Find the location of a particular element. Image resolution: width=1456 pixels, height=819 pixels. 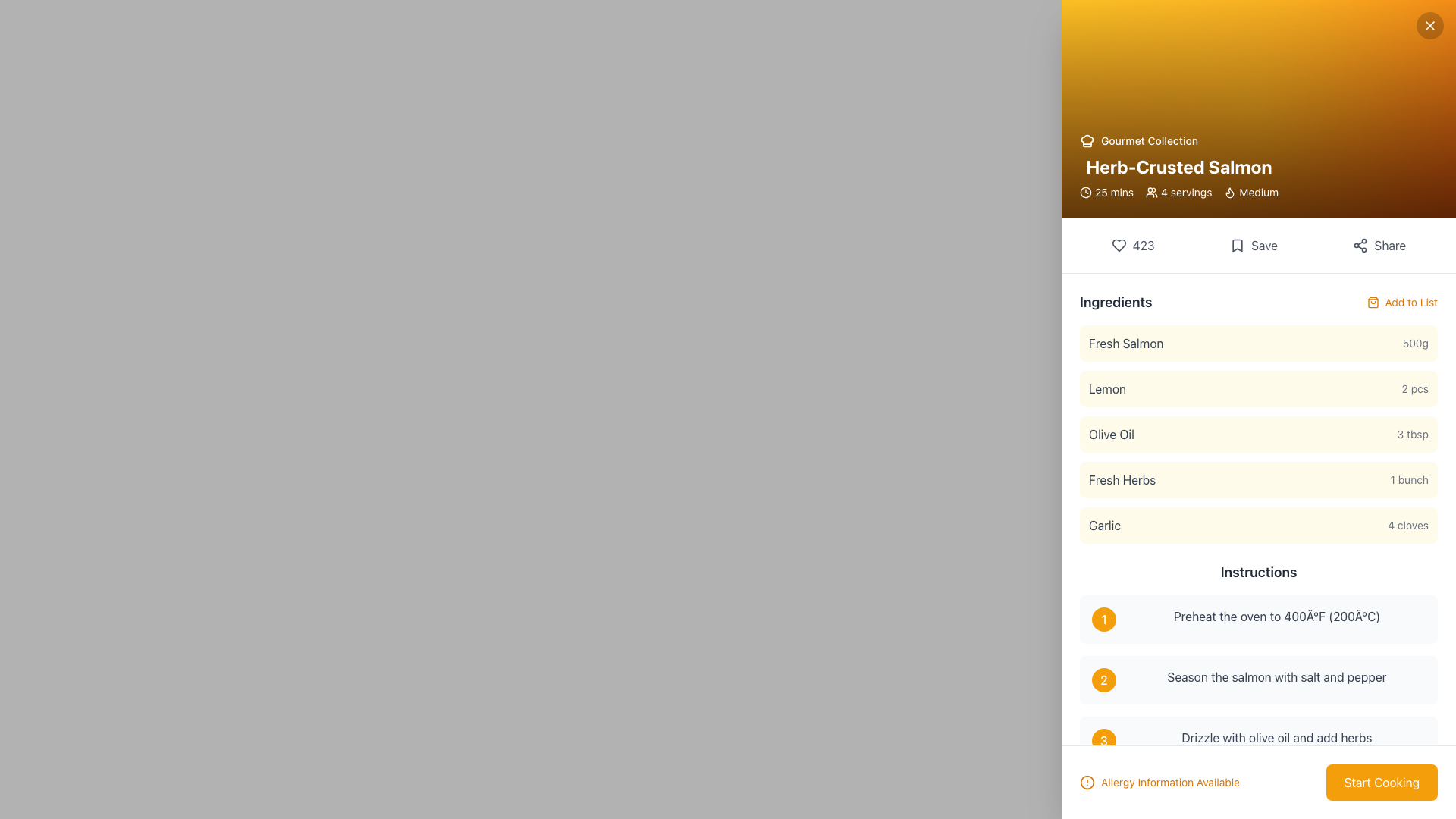

text from the Informational Label displaying the duration of time, which shows '25 mins' next to a clock icon is located at coordinates (1106, 192).